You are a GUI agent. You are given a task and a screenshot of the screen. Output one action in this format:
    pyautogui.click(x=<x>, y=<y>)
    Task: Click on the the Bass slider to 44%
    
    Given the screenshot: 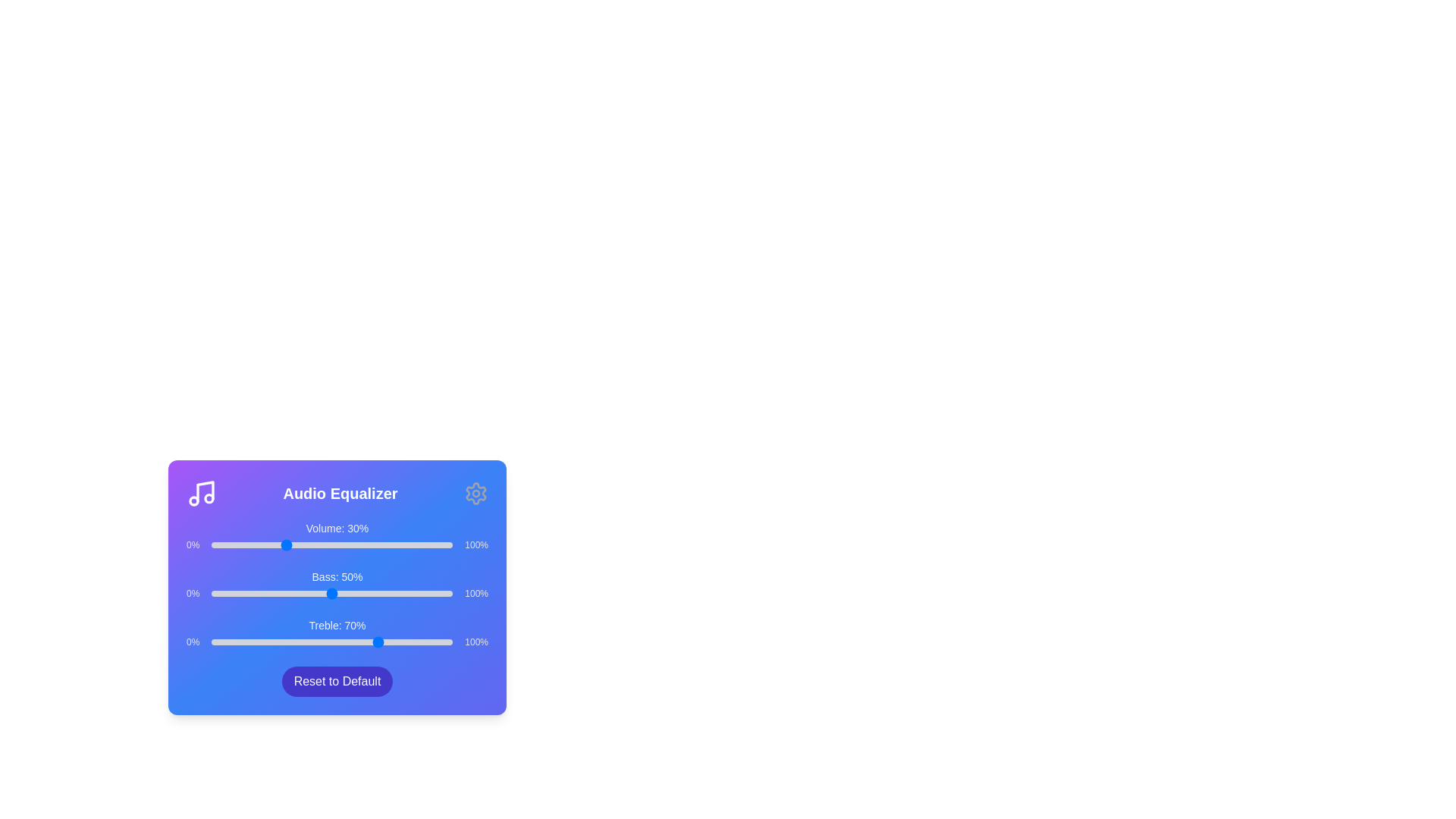 What is the action you would take?
    pyautogui.click(x=317, y=593)
    